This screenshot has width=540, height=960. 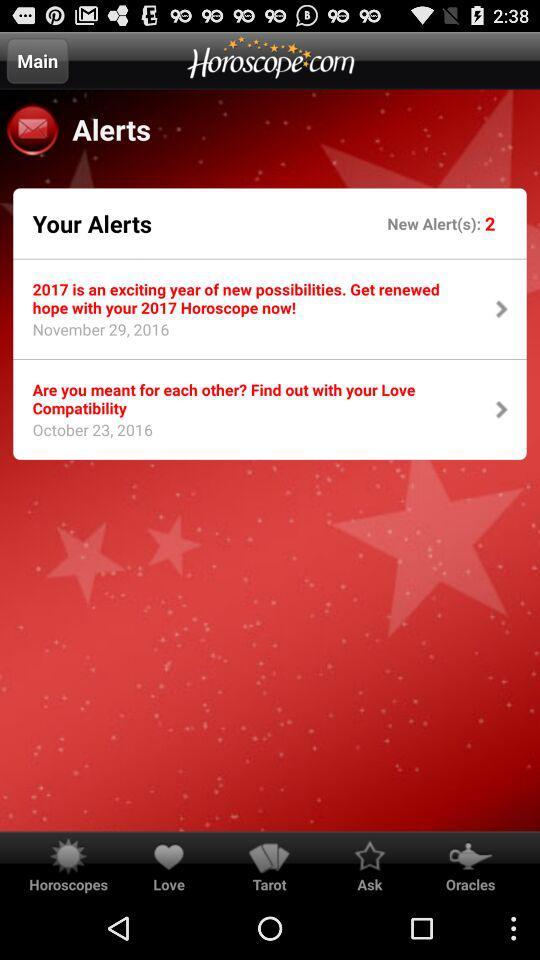 I want to click on your alerts icon, so click(x=91, y=223).